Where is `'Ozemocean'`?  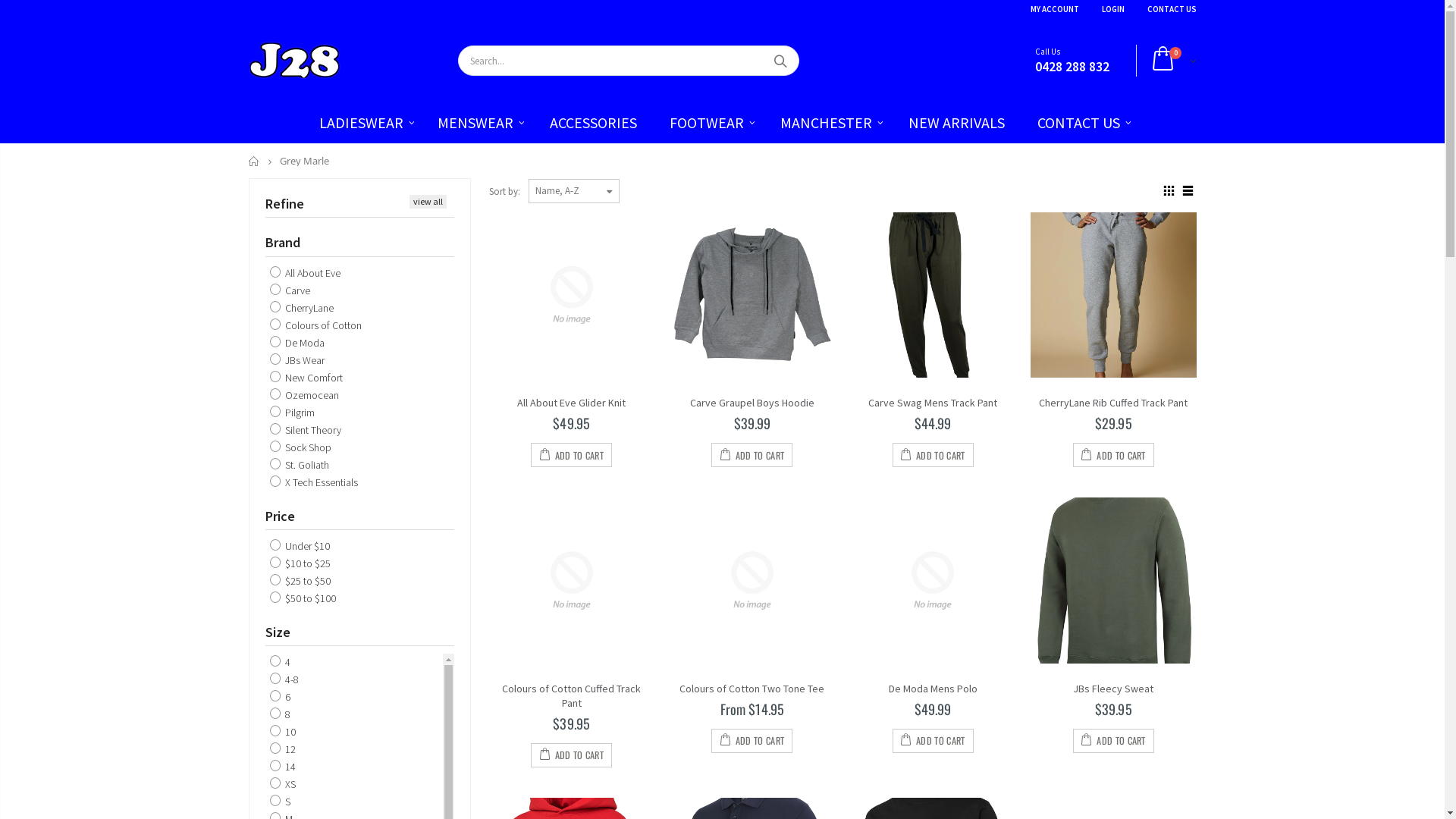 'Ozemocean' is located at coordinates (303, 394).